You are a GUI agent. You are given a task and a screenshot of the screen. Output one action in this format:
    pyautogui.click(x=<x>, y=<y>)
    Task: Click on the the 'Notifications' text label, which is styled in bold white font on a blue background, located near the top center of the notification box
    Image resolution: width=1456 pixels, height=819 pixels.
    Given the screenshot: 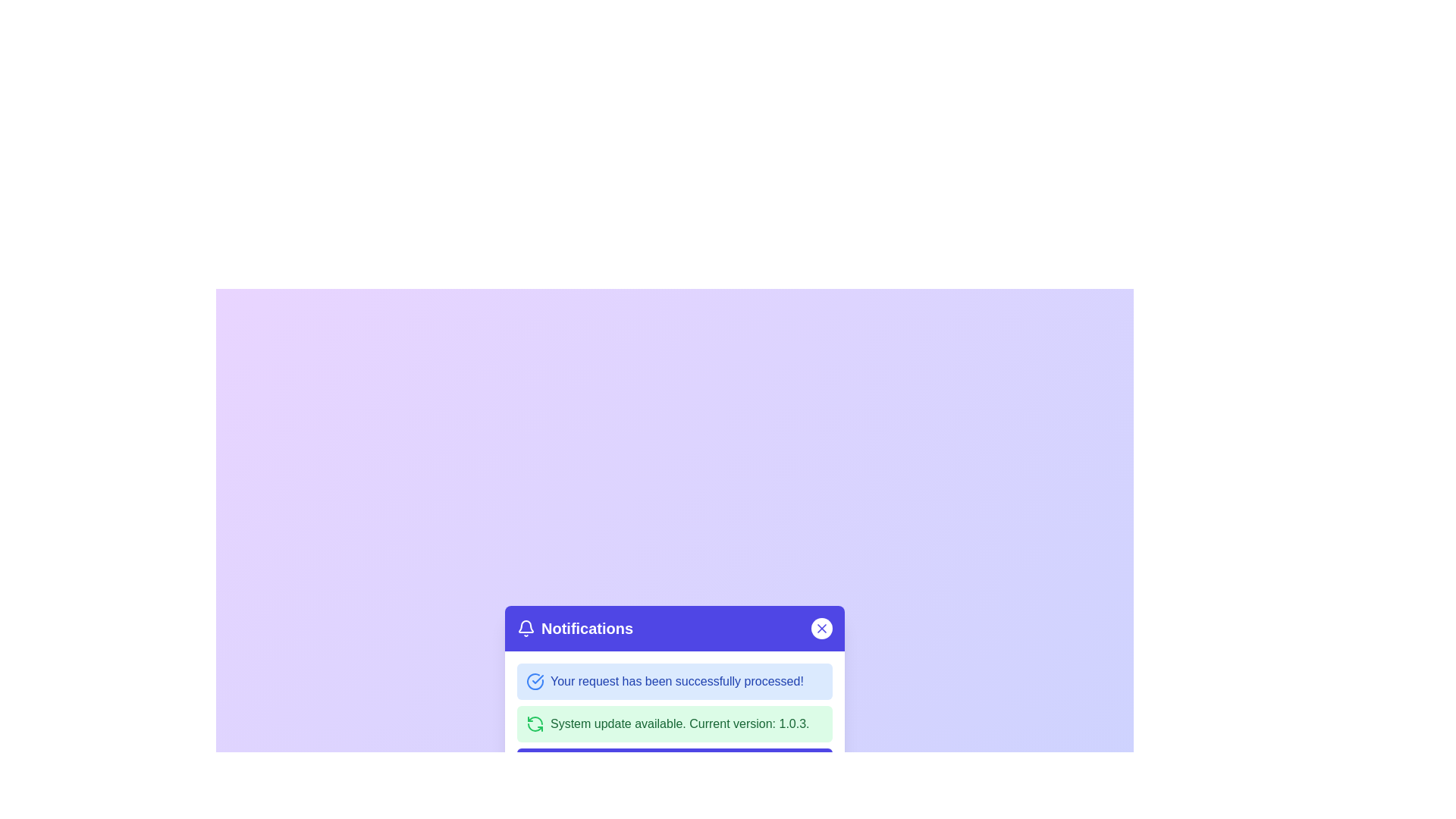 What is the action you would take?
    pyautogui.click(x=586, y=629)
    